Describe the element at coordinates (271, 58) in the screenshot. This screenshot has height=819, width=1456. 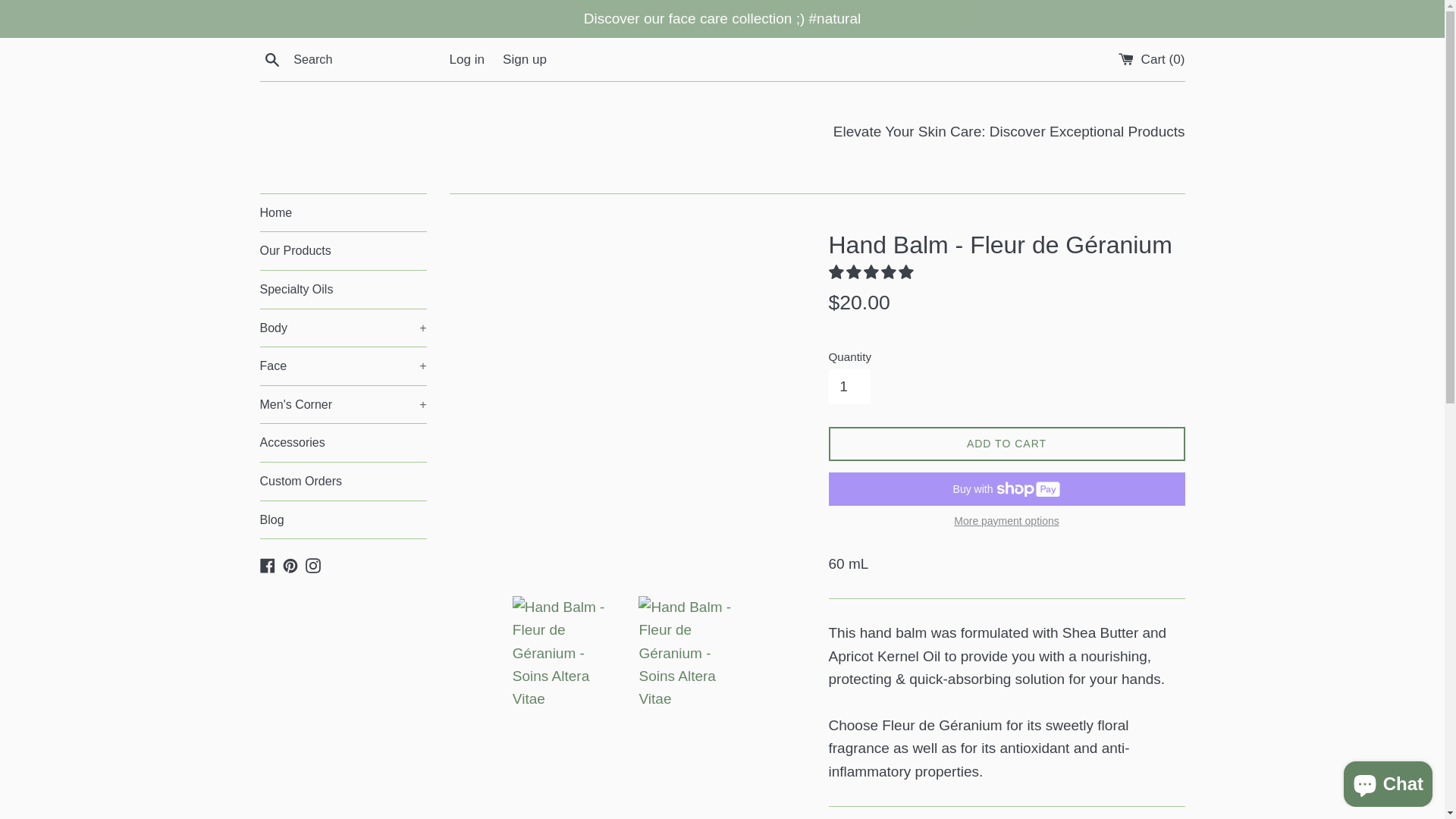
I see `'Search'` at that location.